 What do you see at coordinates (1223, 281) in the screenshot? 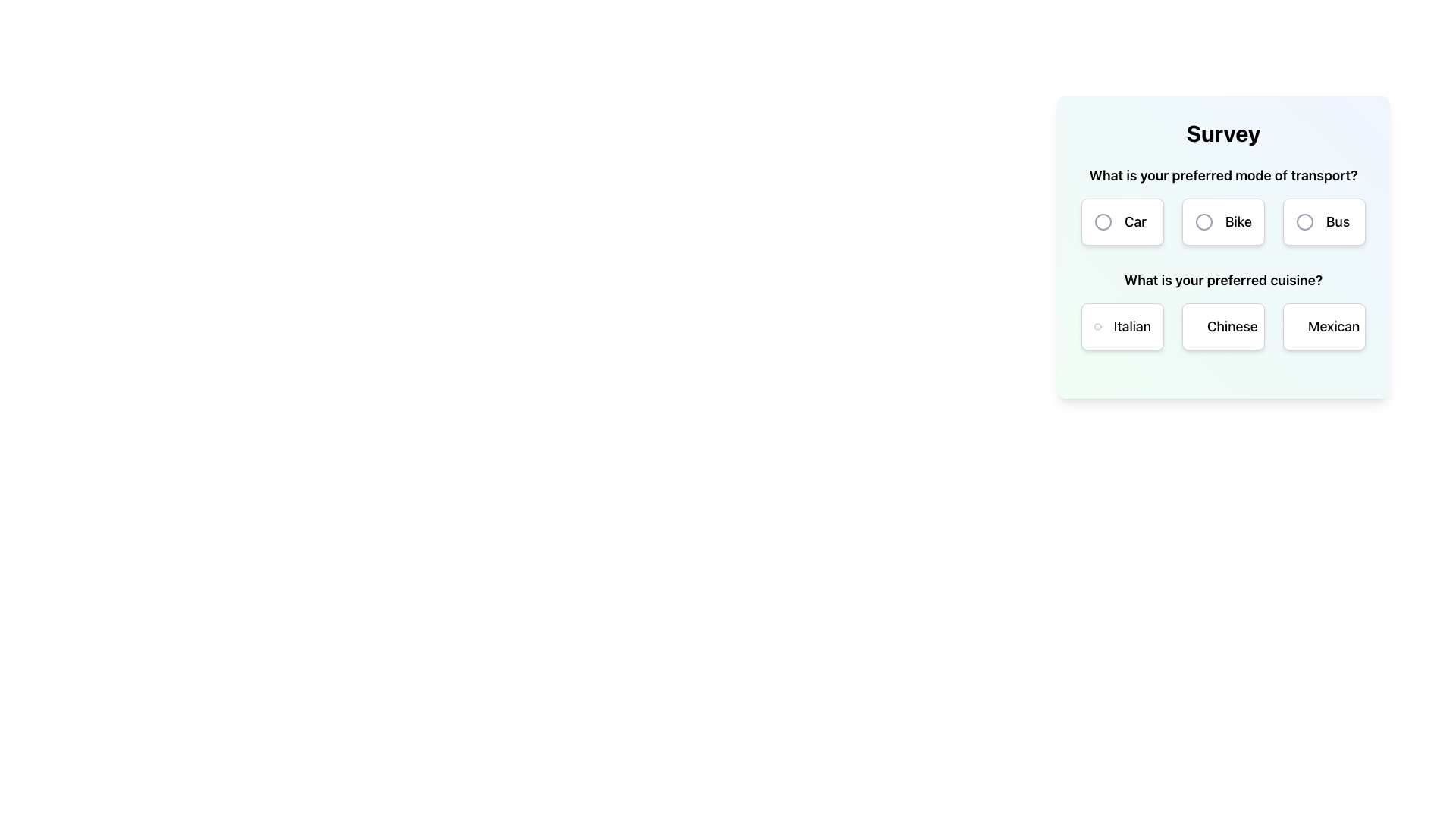
I see `the Text Label that serves as a question prompt for user input, located centrally above the three cuisine options` at bounding box center [1223, 281].